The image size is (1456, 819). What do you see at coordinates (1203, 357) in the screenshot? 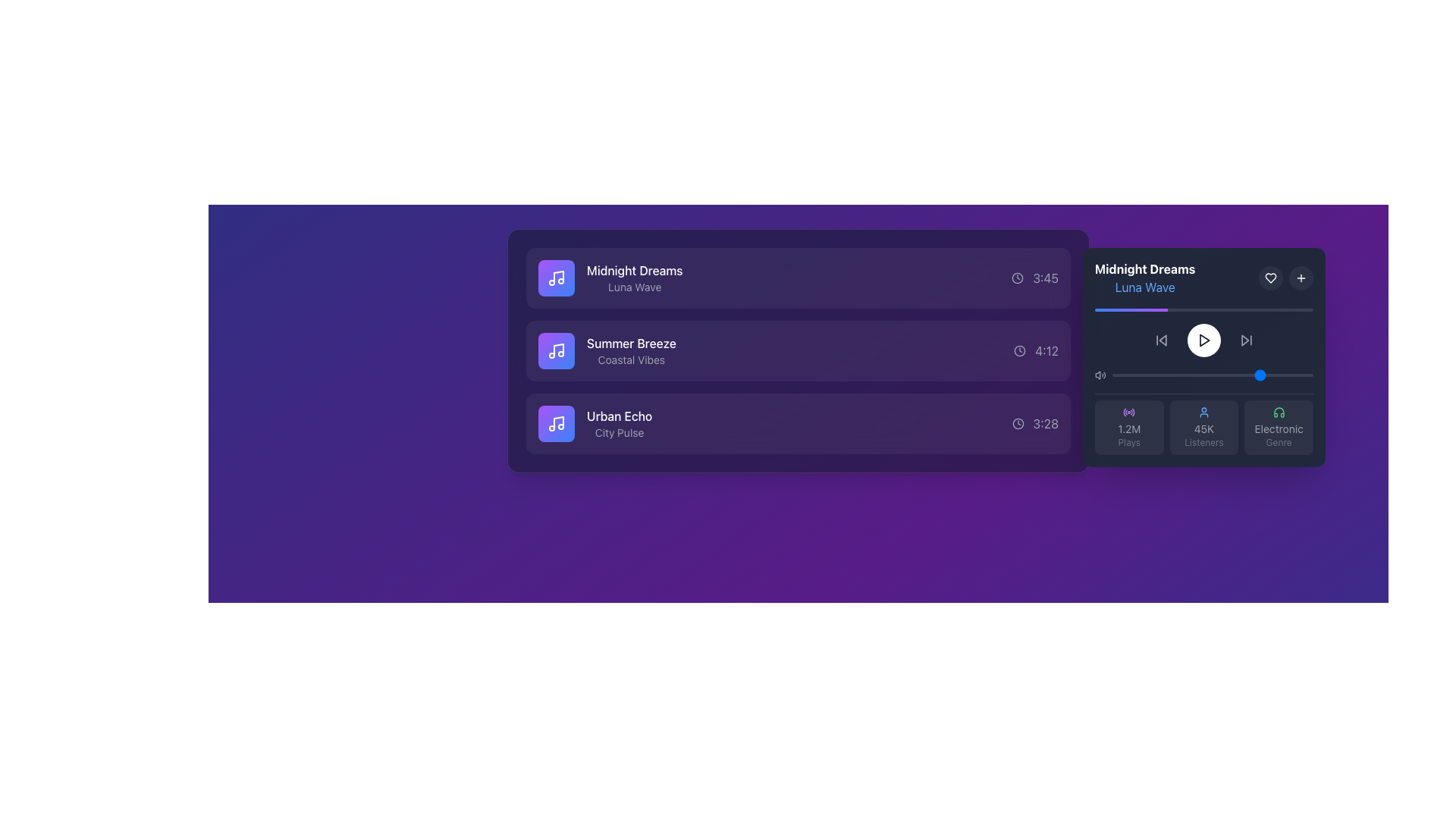
I see `the circular play button on the widget displaying the song 'Midnight Dreams' by 'Luna Wave' to play the song` at bounding box center [1203, 357].